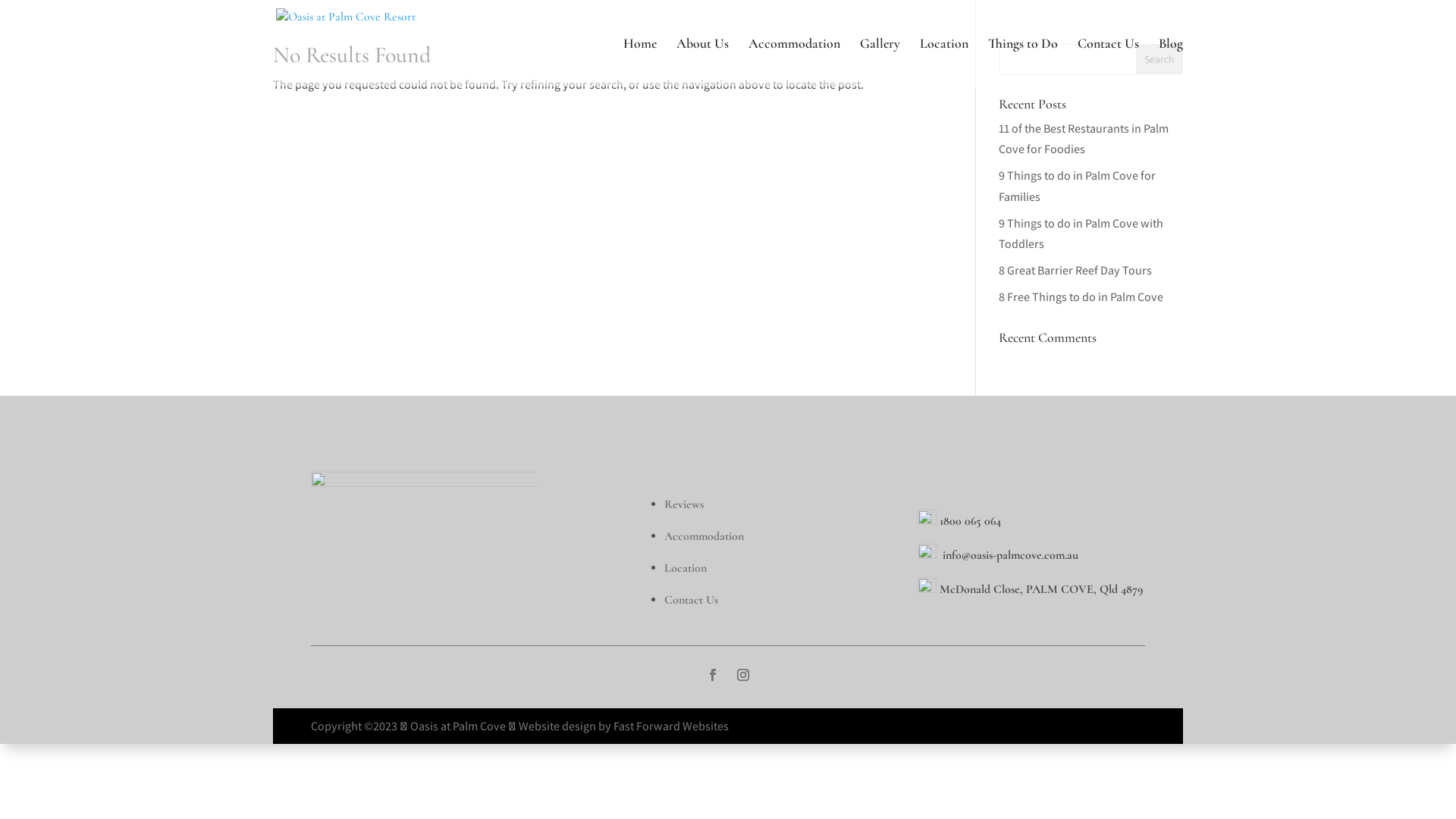 The width and height of the screenshot is (1456, 819). I want to click on 'Follow on Facebook', so click(712, 674).